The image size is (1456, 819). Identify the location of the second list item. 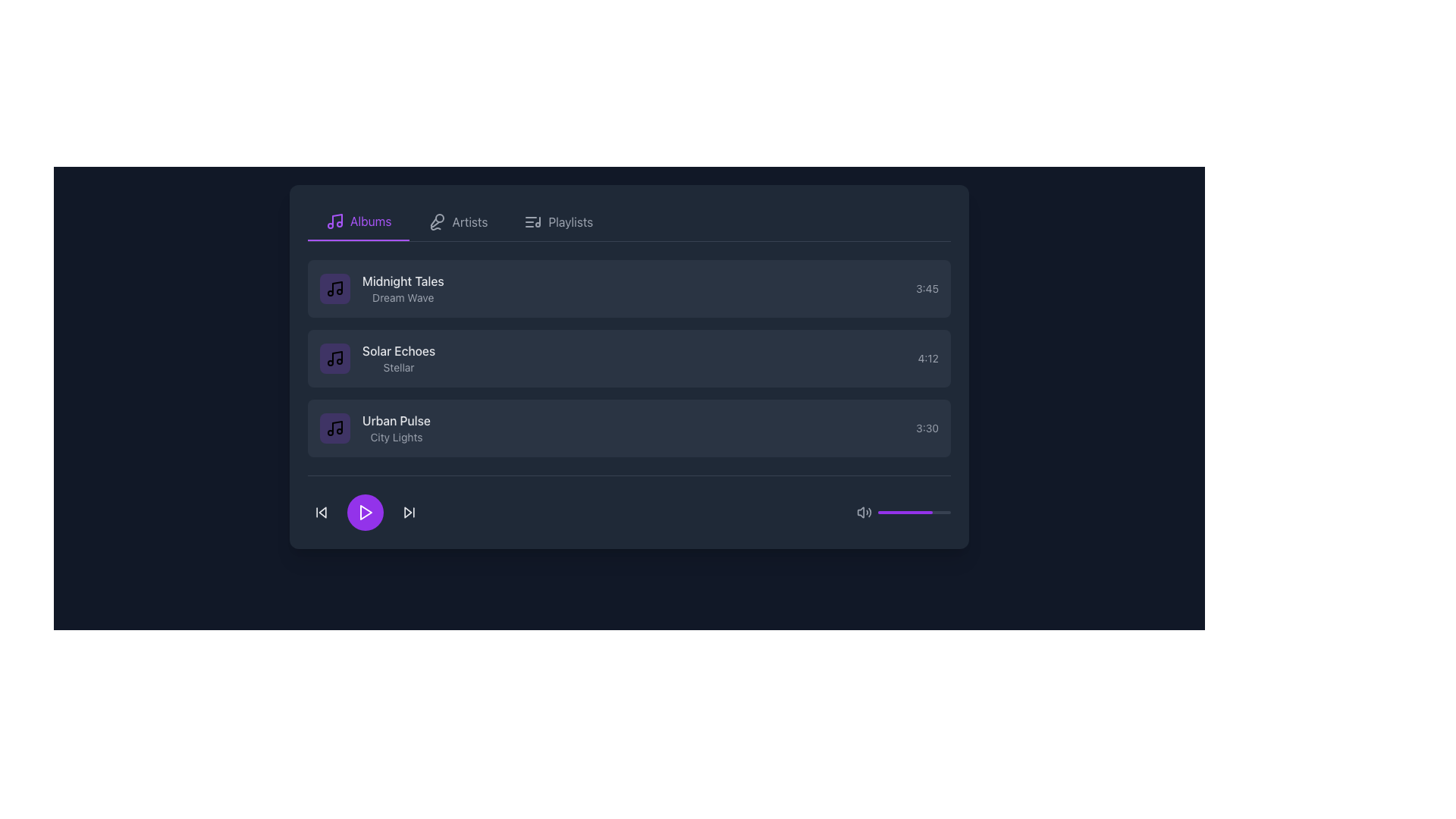
(629, 359).